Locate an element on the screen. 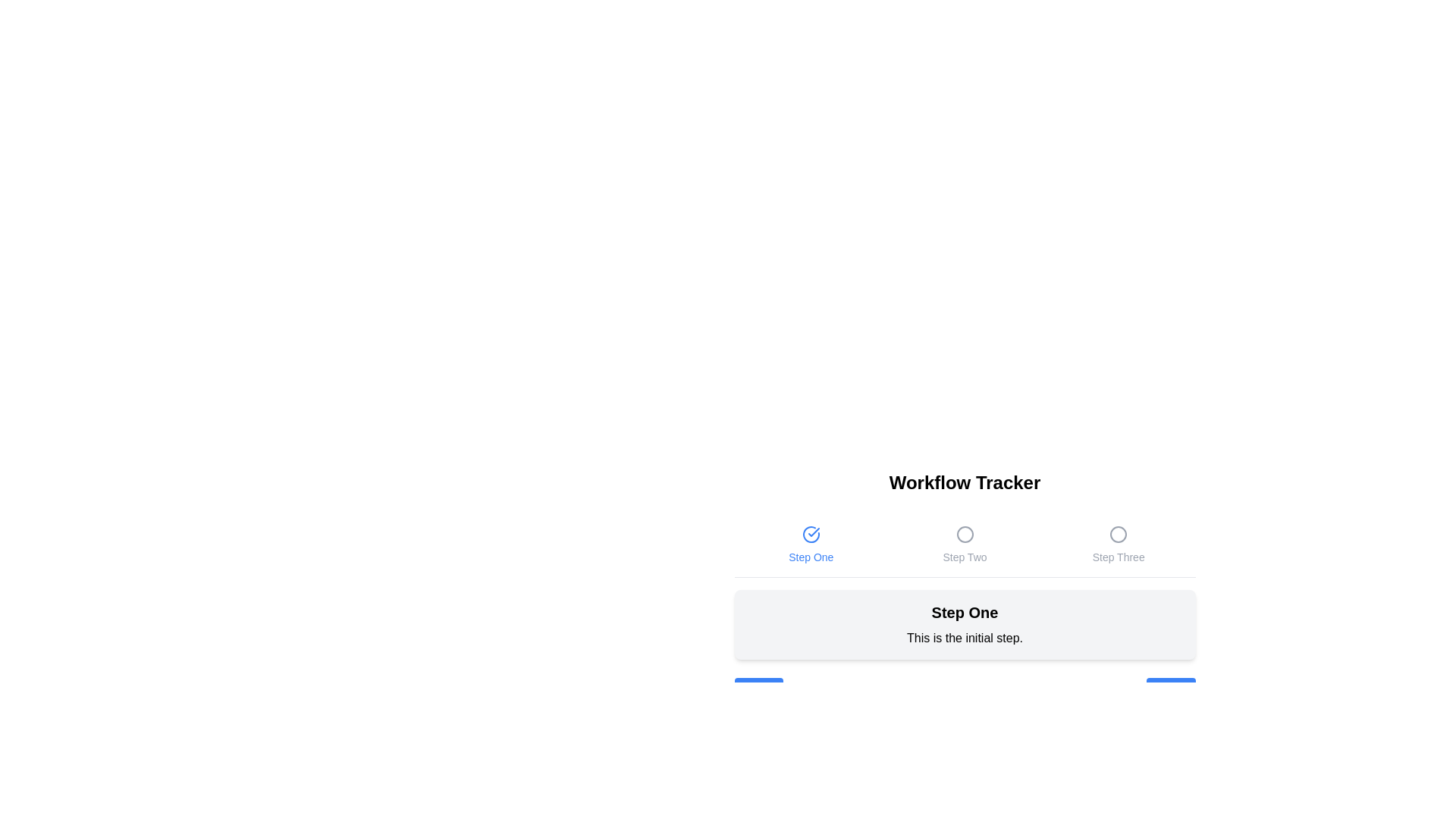 This screenshot has width=1456, height=819. the second step indicator of the multi-step workflow tracker, which visually represents the second step in the process is located at coordinates (964, 544).